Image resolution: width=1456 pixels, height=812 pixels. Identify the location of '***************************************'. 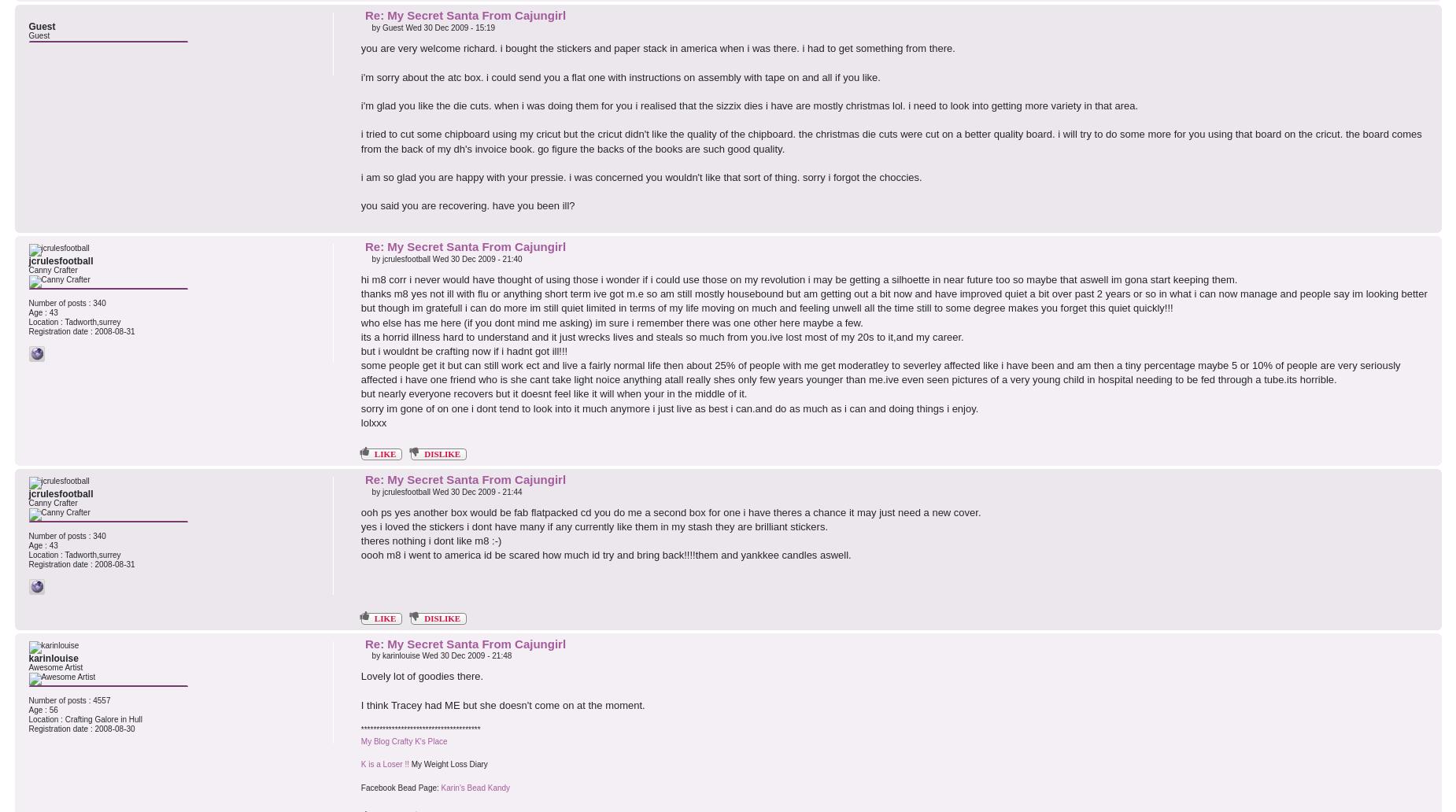
(419, 728).